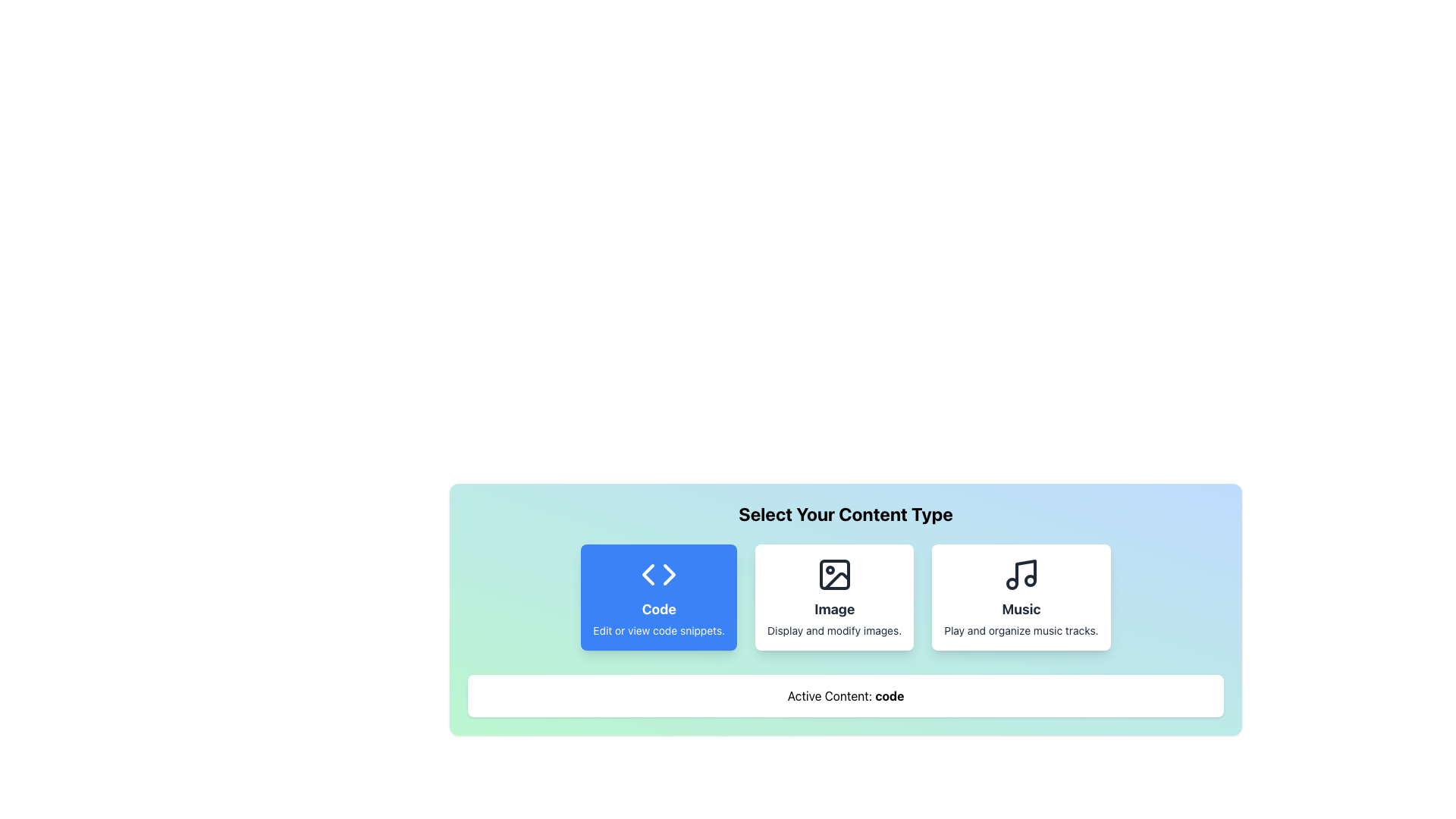 Image resolution: width=1456 pixels, height=819 pixels. Describe the element at coordinates (836, 580) in the screenshot. I see `the decorative graphic within the 'Image' selection option, which is the middle item under the 'Select Your Content Type' heading` at that location.